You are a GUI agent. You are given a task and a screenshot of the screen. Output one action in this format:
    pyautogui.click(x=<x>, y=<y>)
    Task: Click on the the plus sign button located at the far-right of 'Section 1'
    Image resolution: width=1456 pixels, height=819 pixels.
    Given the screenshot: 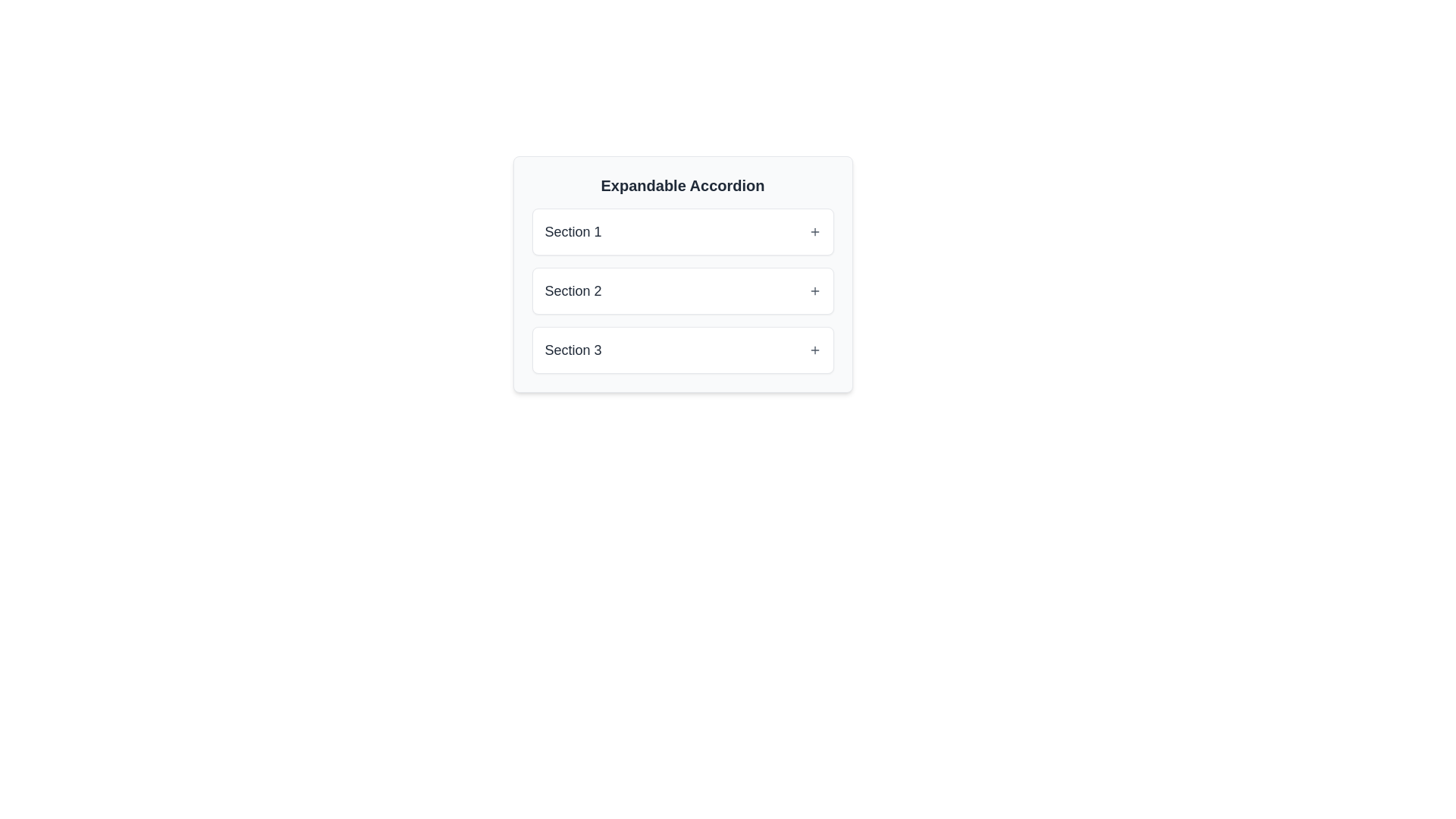 What is the action you would take?
    pyautogui.click(x=814, y=231)
    